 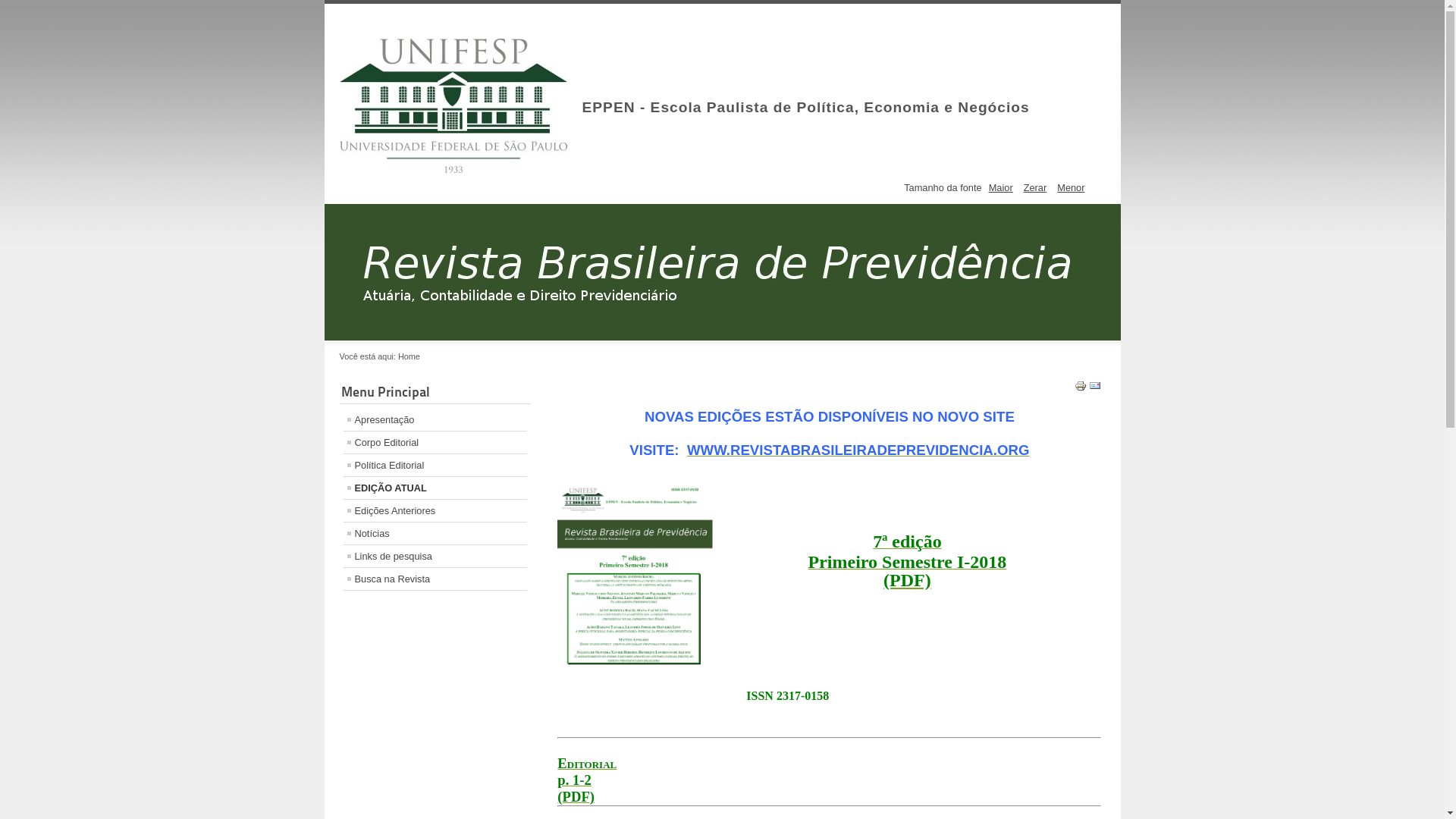 What do you see at coordinates (556, 763) in the screenshot?
I see `'Editorial'` at bounding box center [556, 763].